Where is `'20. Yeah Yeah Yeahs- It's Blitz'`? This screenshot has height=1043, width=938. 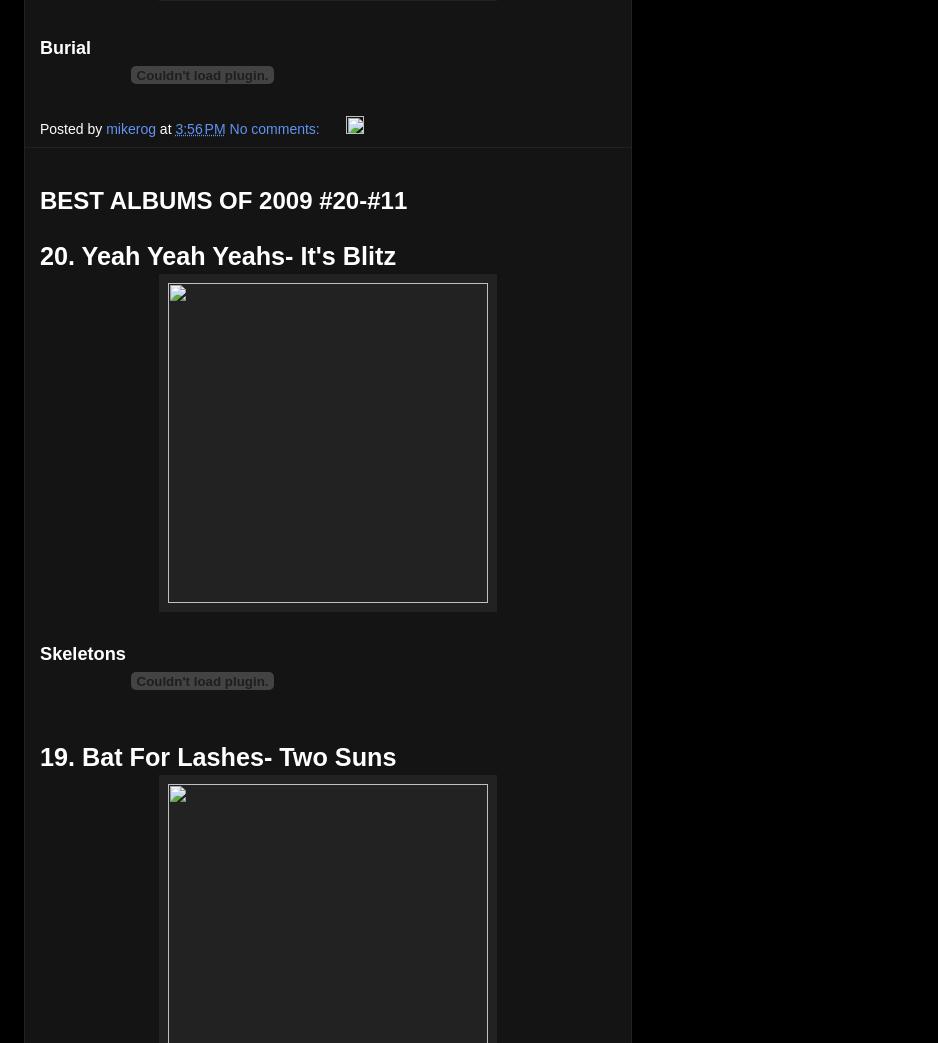
'20. Yeah Yeah Yeahs- It's Blitz' is located at coordinates (38, 255).